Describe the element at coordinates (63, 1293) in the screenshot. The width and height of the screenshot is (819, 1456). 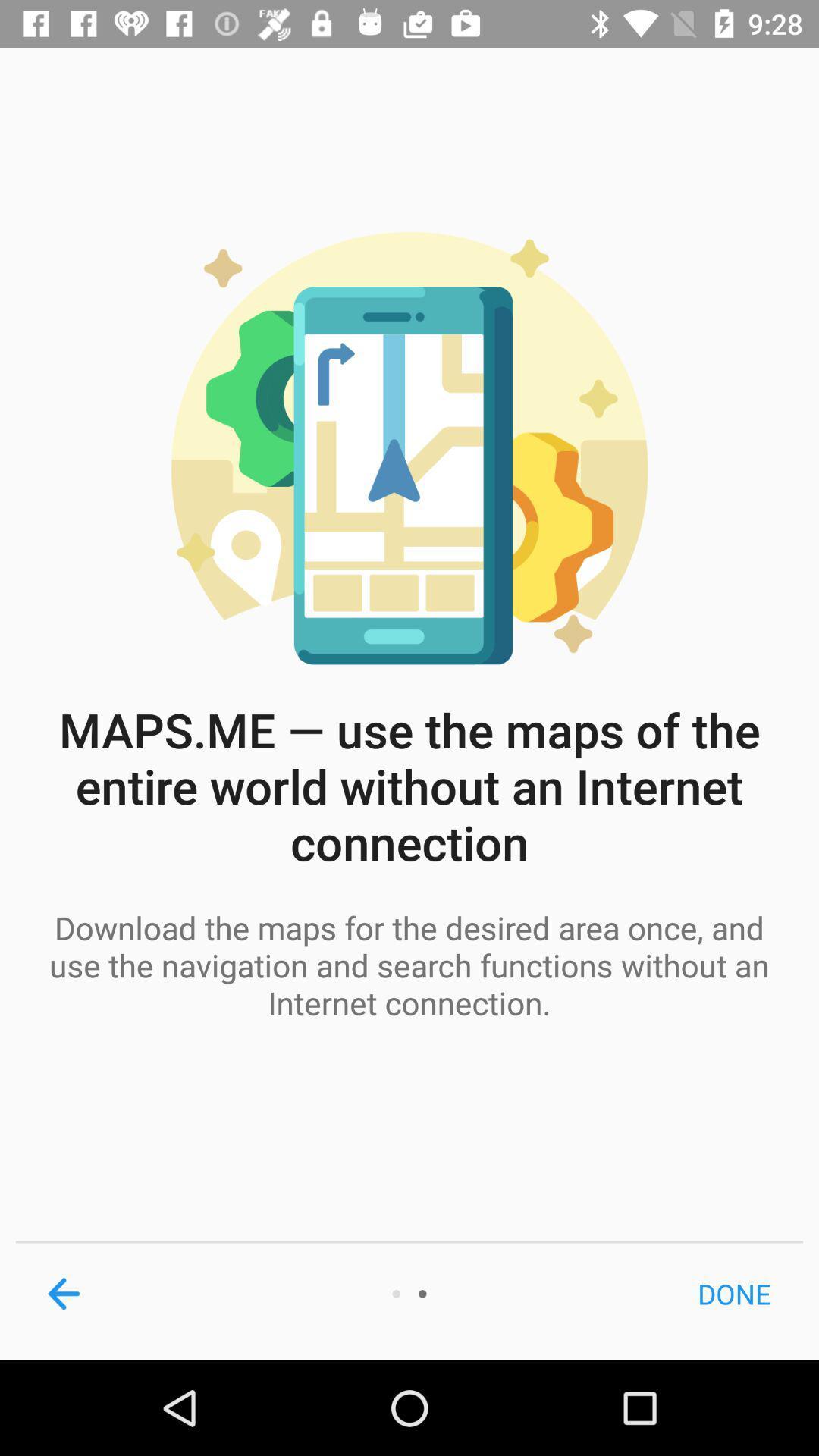
I see `icon at the bottom left corner` at that location.